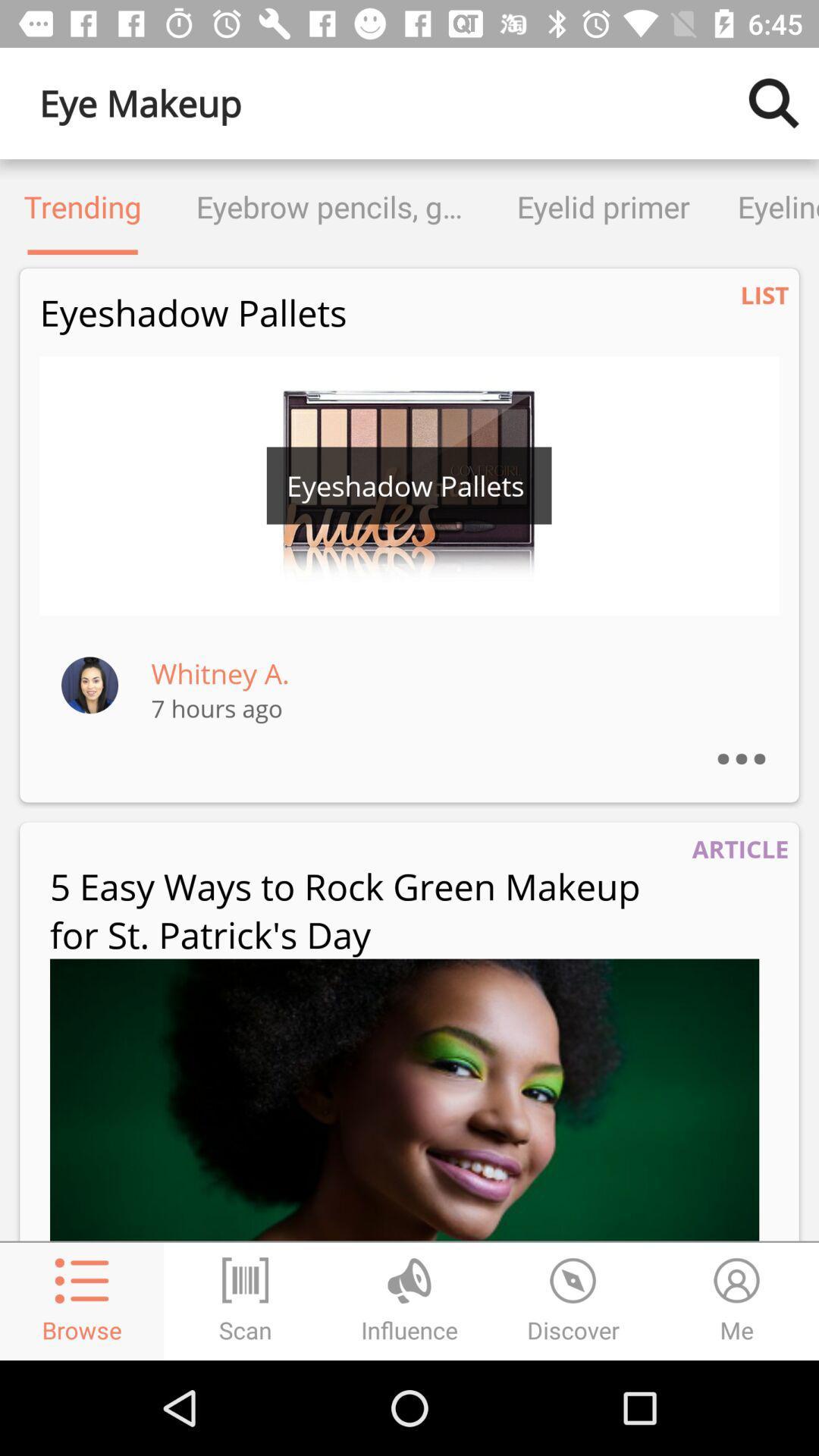 This screenshot has width=819, height=1456. What do you see at coordinates (773, 102) in the screenshot?
I see `search` at bounding box center [773, 102].